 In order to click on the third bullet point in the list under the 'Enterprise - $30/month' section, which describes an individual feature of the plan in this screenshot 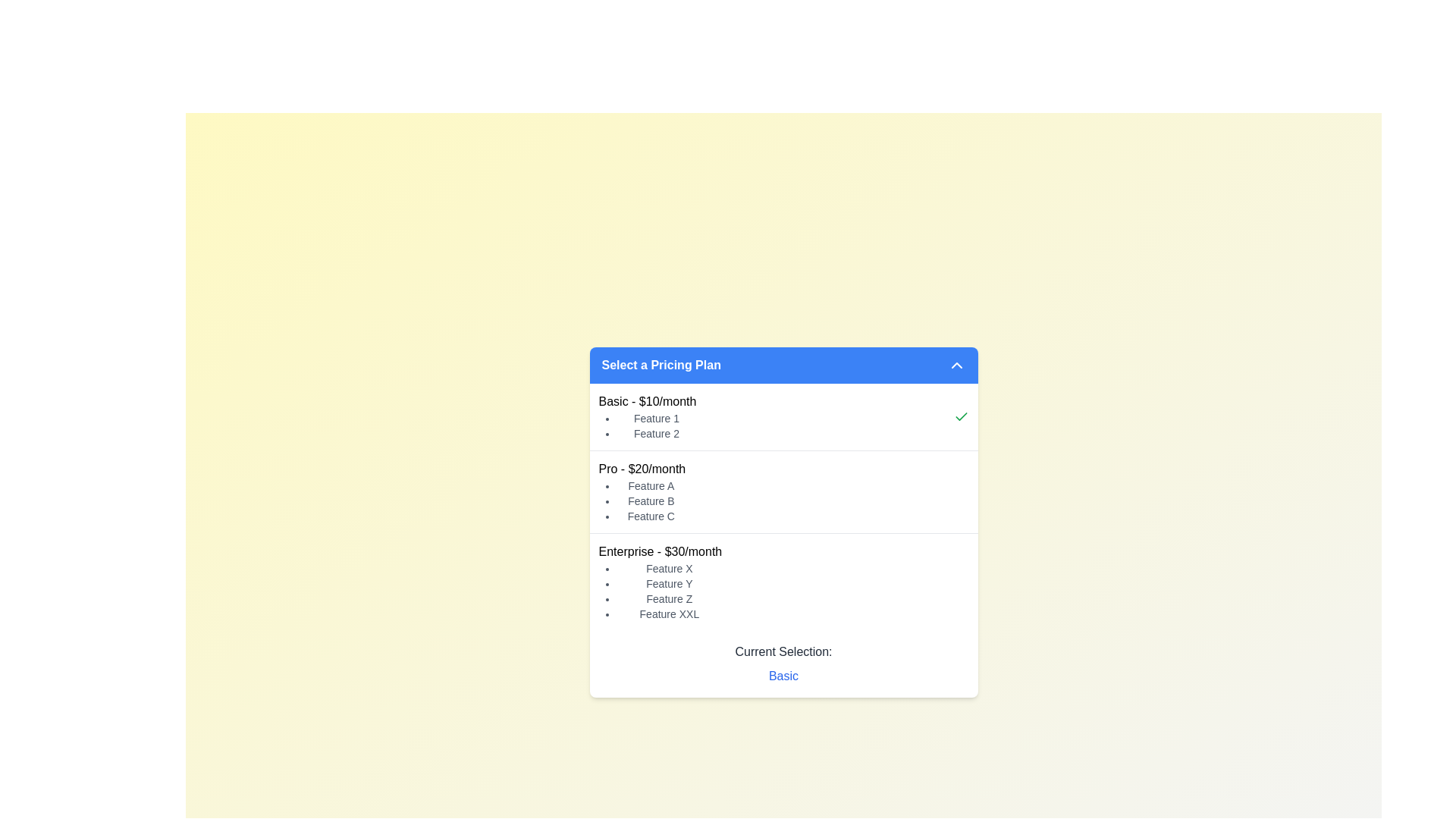, I will do `click(668, 598)`.